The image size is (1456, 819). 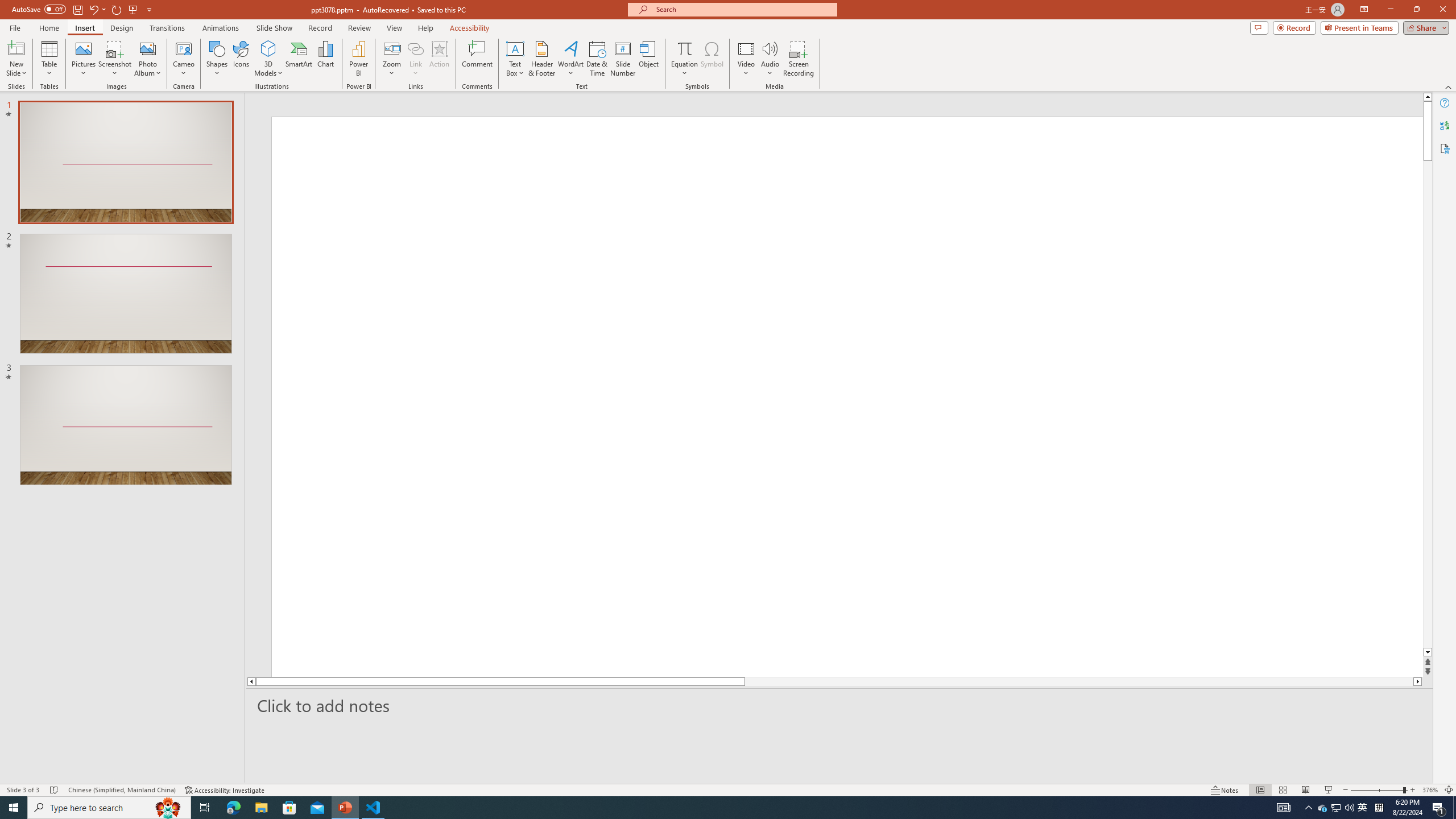 I want to click on 'Equation', so click(x=684, y=59).